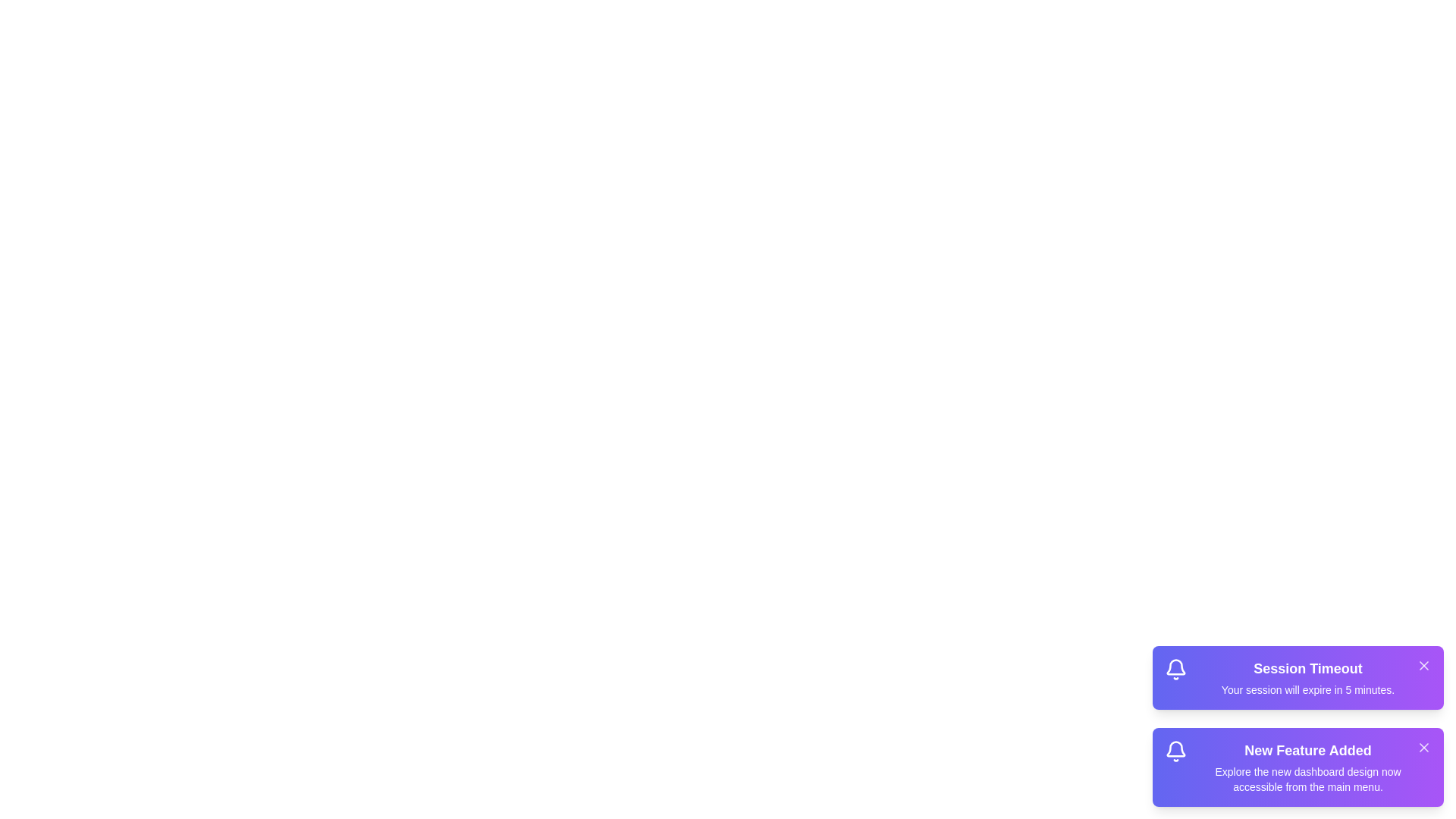 This screenshot has height=819, width=1456. What do you see at coordinates (1175, 669) in the screenshot?
I see `the notification icon to interact with it` at bounding box center [1175, 669].